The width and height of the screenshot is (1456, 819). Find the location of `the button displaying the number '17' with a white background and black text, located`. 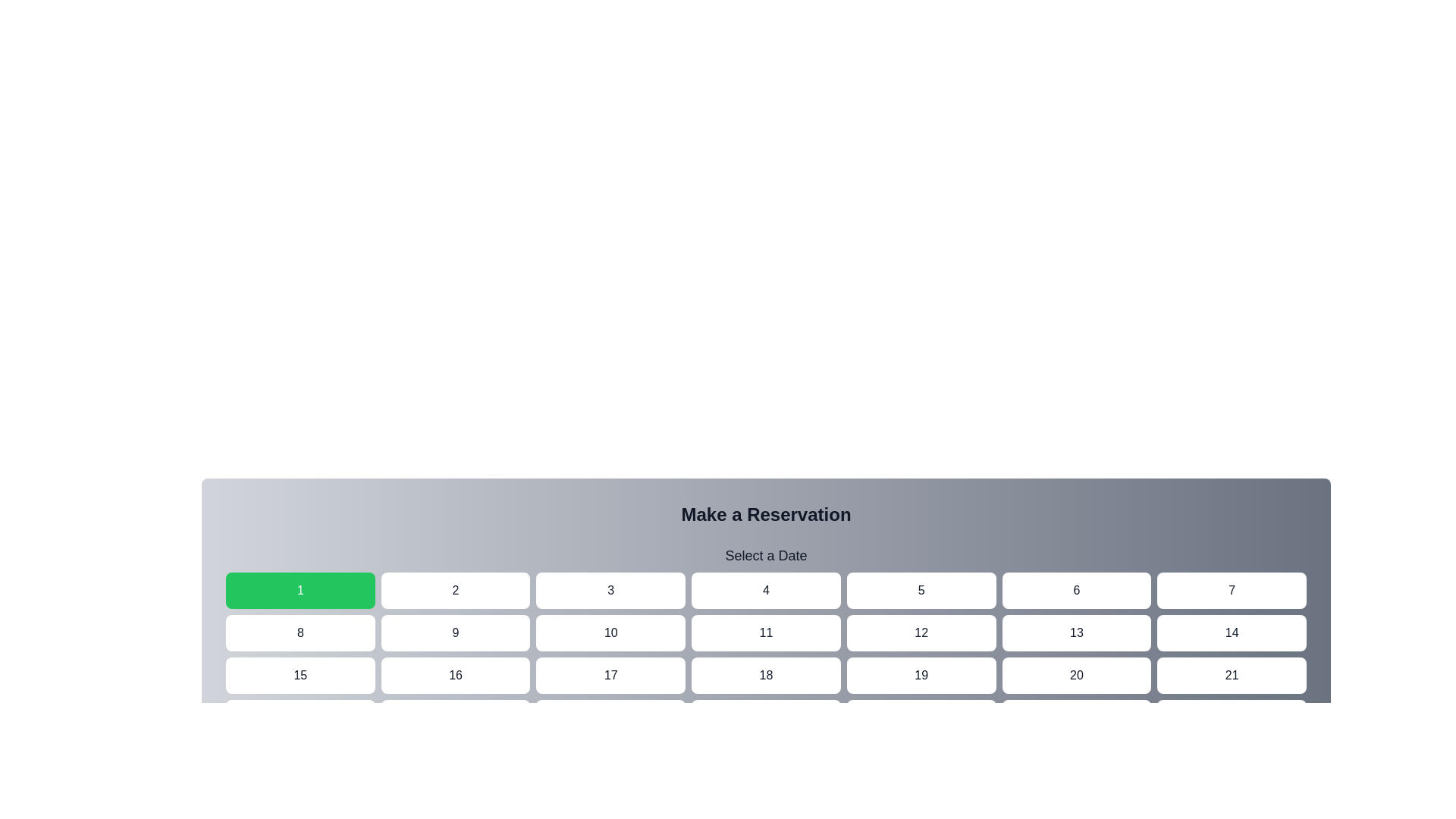

the button displaying the number '17' with a white background and black text, located is located at coordinates (610, 675).